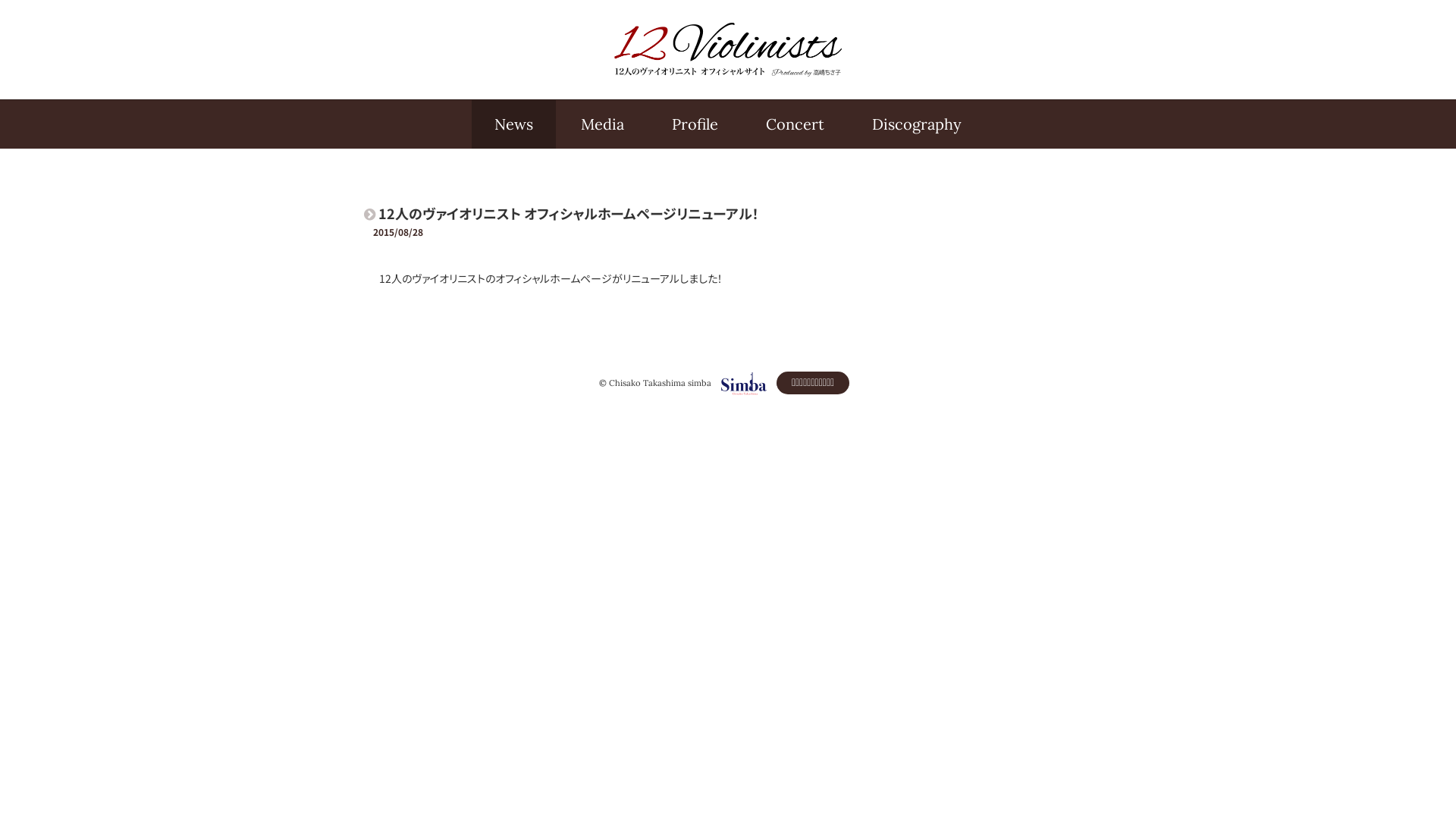 The height and width of the screenshot is (819, 1456). What do you see at coordinates (601, 124) in the screenshot?
I see `'Media'` at bounding box center [601, 124].